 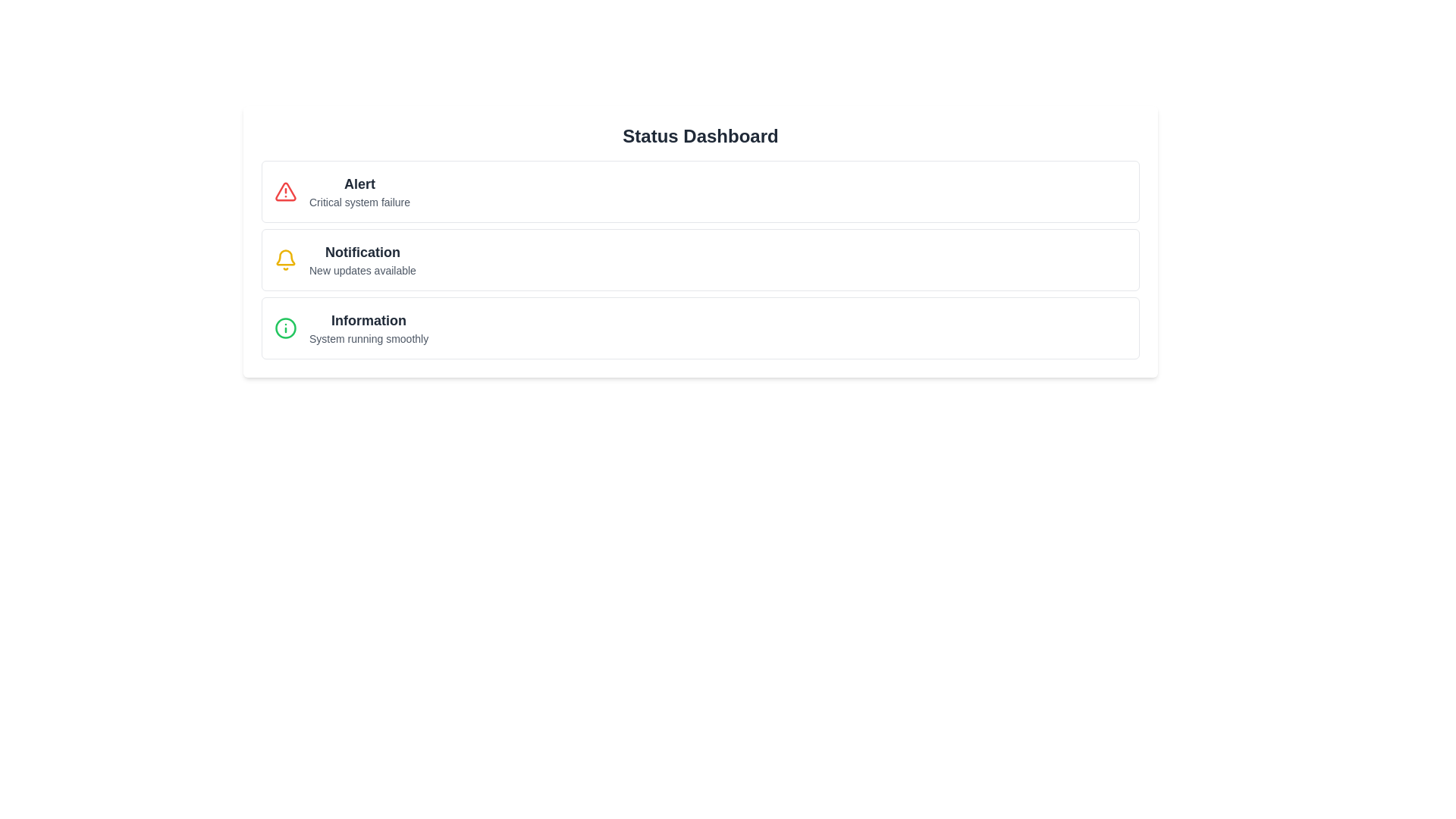 What do you see at coordinates (286, 259) in the screenshot?
I see `the yellow notification bell icon located at the top-left corner of the notification section` at bounding box center [286, 259].